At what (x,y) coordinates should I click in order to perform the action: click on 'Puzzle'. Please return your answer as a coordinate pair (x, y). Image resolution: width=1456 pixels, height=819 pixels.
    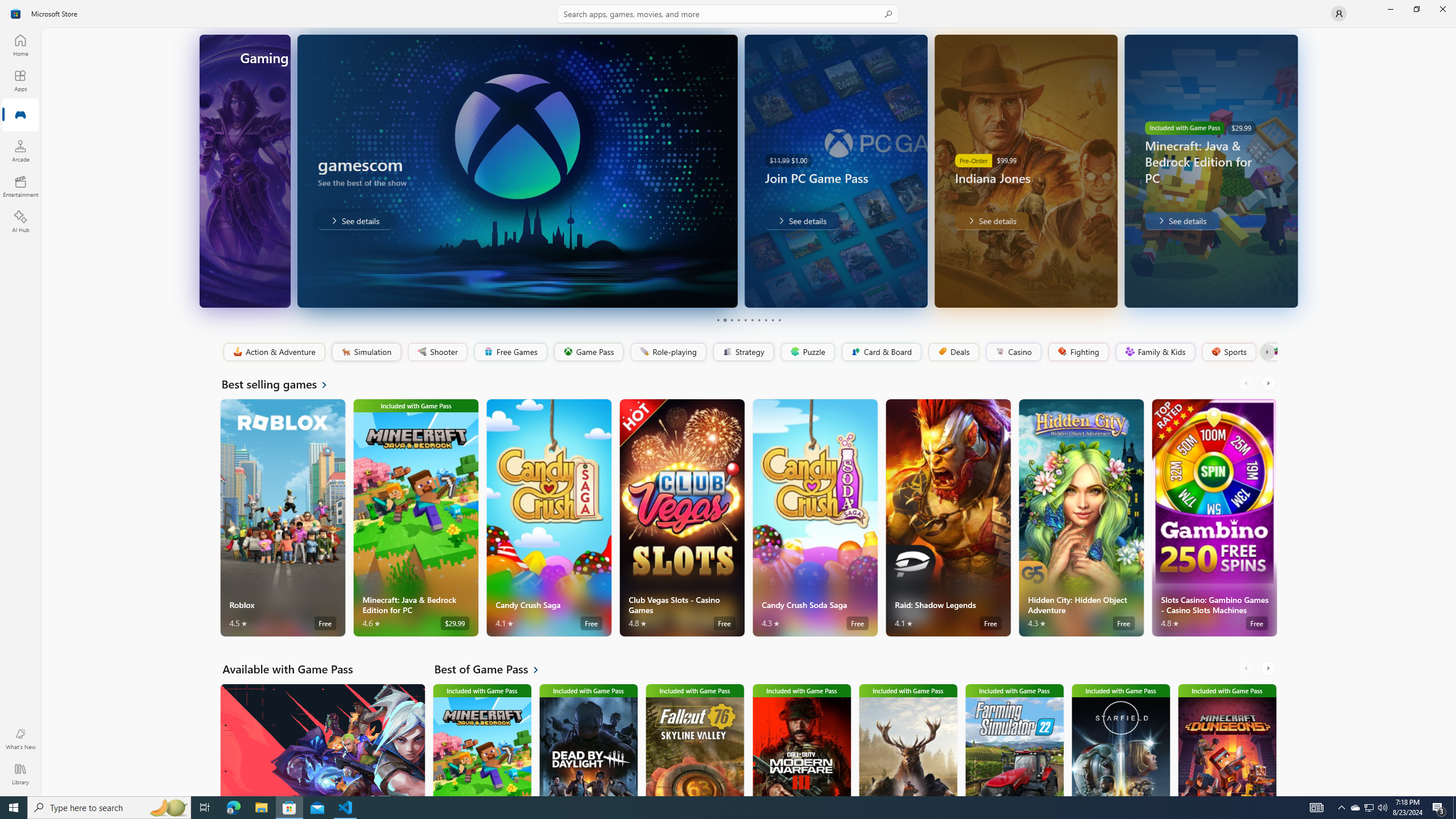
    Looking at the image, I should click on (806, 351).